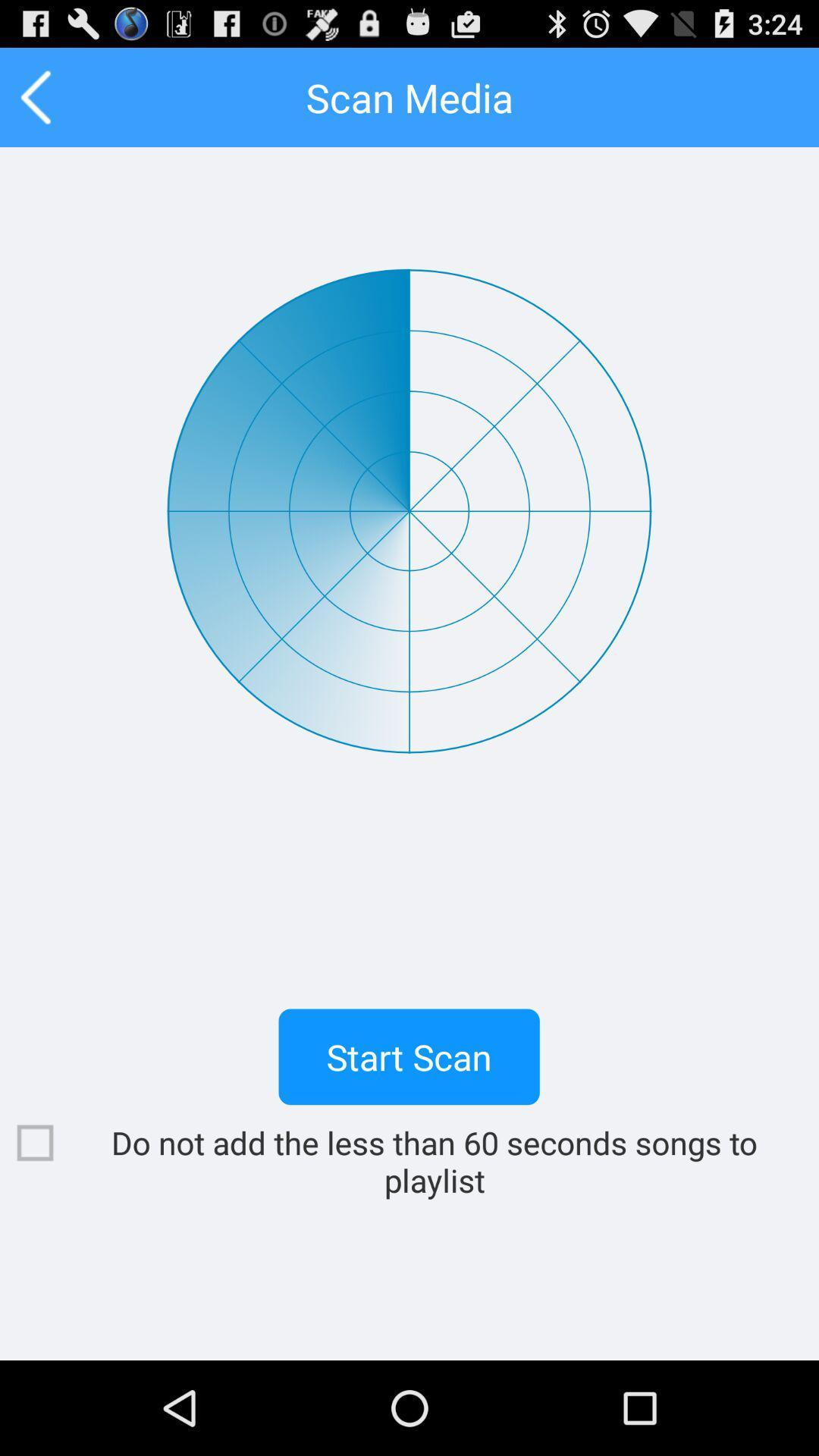 This screenshot has height=1456, width=819. What do you see at coordinates (35, 103) in the screenshot?
I see `the arrow_backward icon` at bounding box center [35, 103].